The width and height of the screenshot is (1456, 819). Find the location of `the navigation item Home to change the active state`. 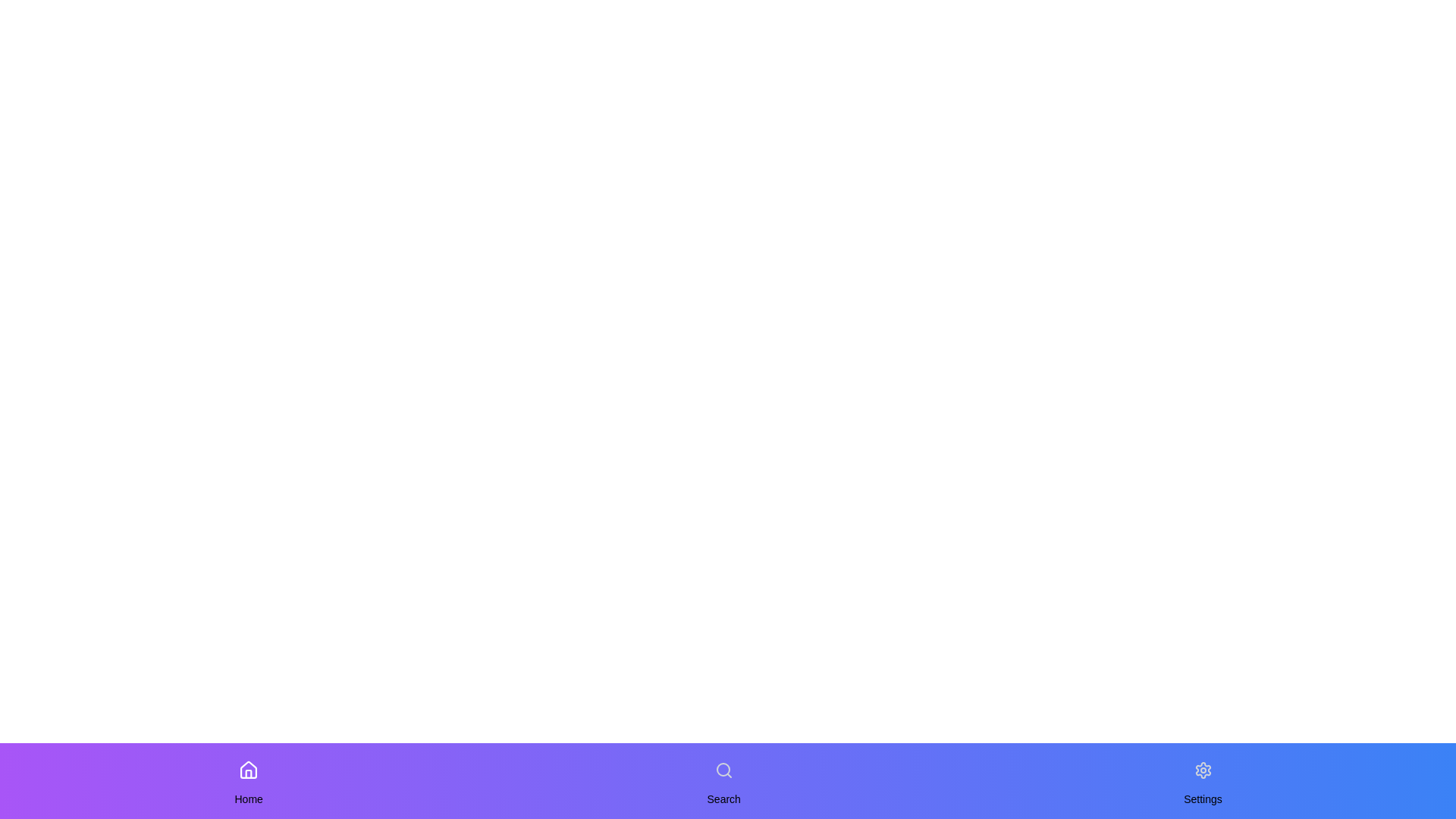

the navigation item Home to change the active state is located at coordinates (249, 770).